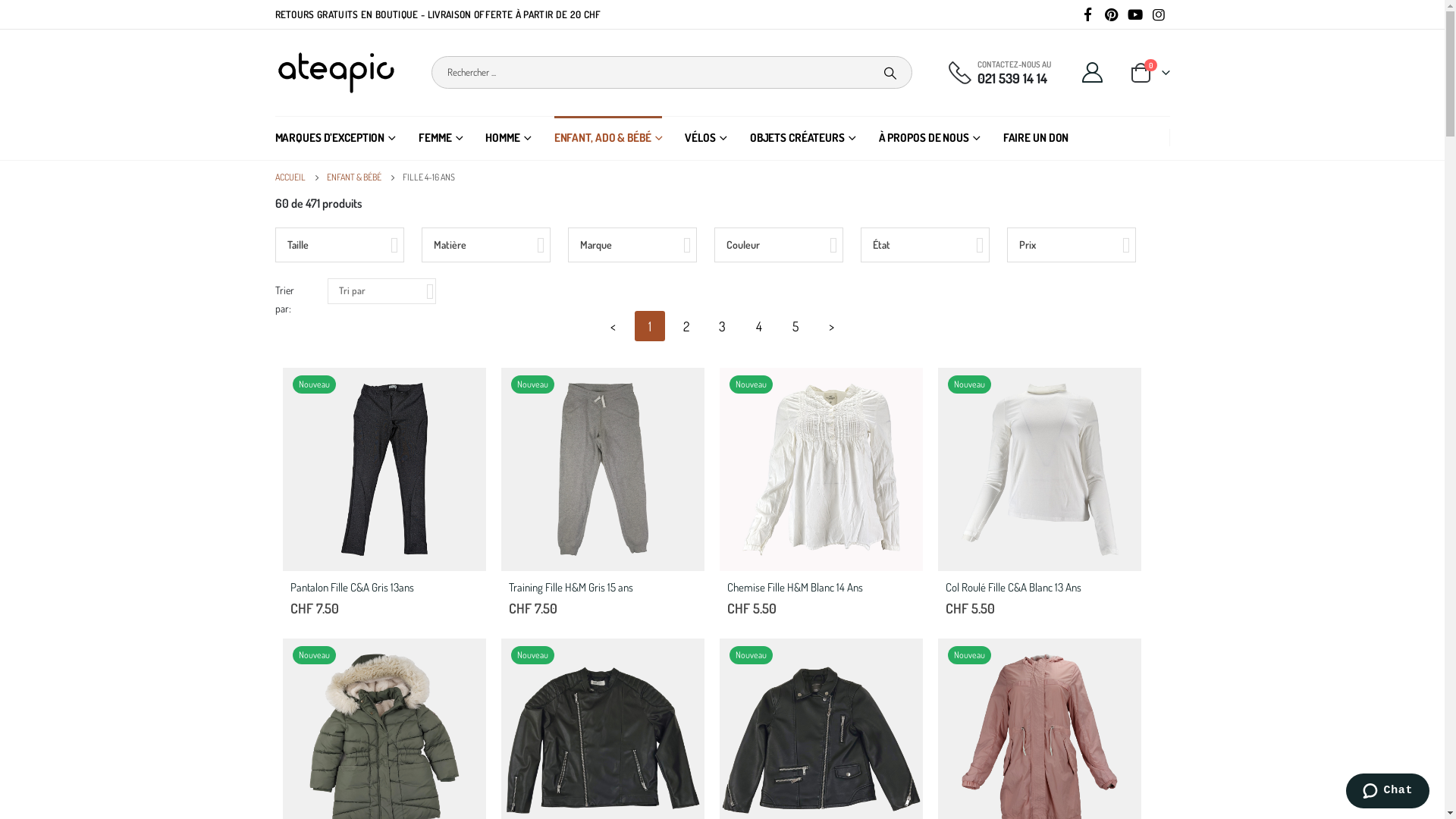 The width and height of the screenshot is (1456, 819). Describe the element at coordinates (793, 325) in the screenshot. I see `'5'` at that location.